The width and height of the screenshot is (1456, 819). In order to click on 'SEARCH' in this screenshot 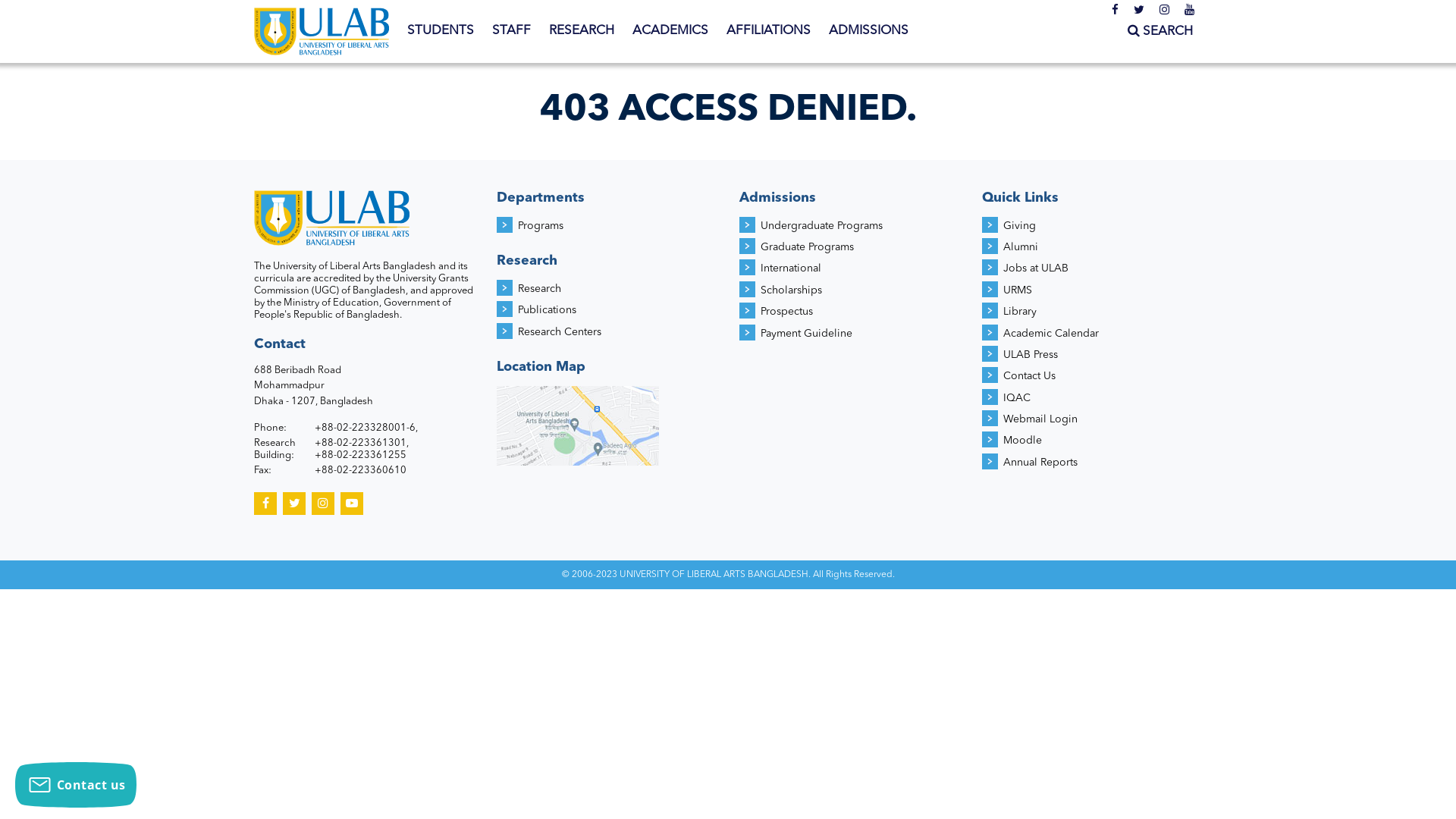, I will do `click(1128, 31)`.